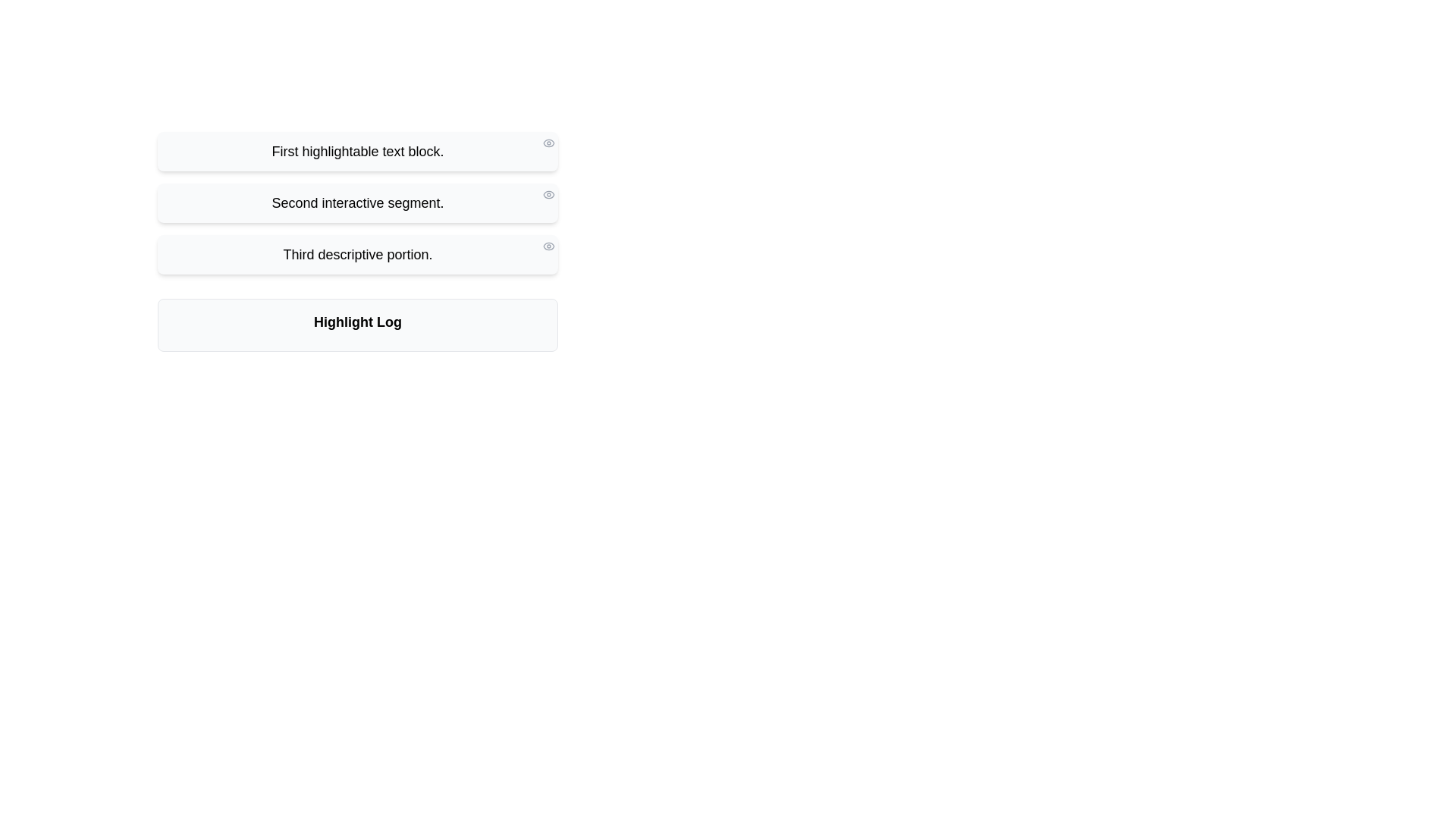 Image resolution: width=1456 pixels, height=819 pixels. What do you see at coordinates (356, 241) in the screenshot?
I see `the third text block containing the text 'Third descriptive portion.'` at bounding box center [356, 241].